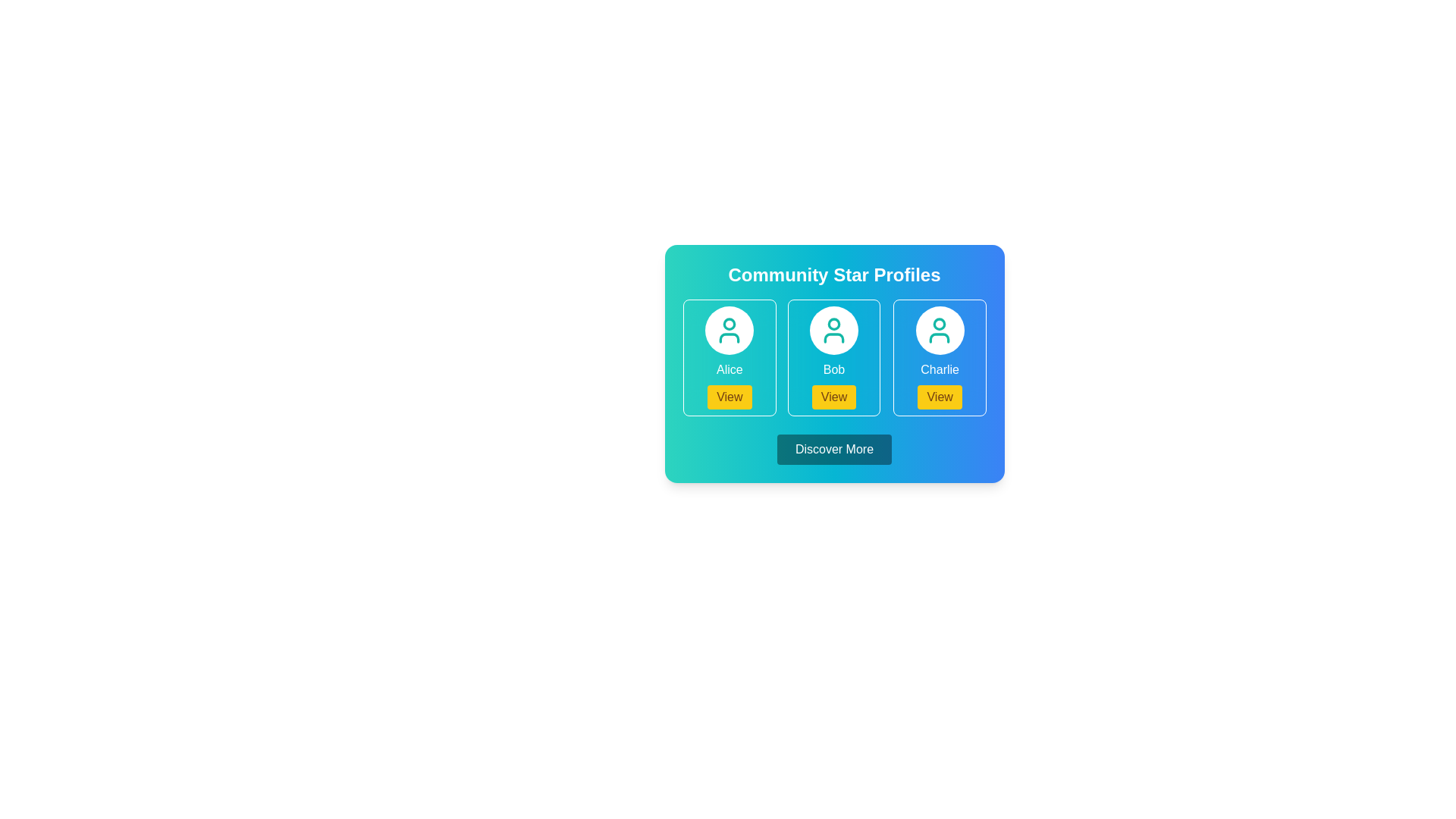 Image resolution: width=1456 pixels, height=819 pixels. Describe the element at coordinates (833, 329) in the screenshot. I see `the user silhouette icon displayed in teal color, which is centered within a circular white background in the profile box labeled 'Bob'` at that location.